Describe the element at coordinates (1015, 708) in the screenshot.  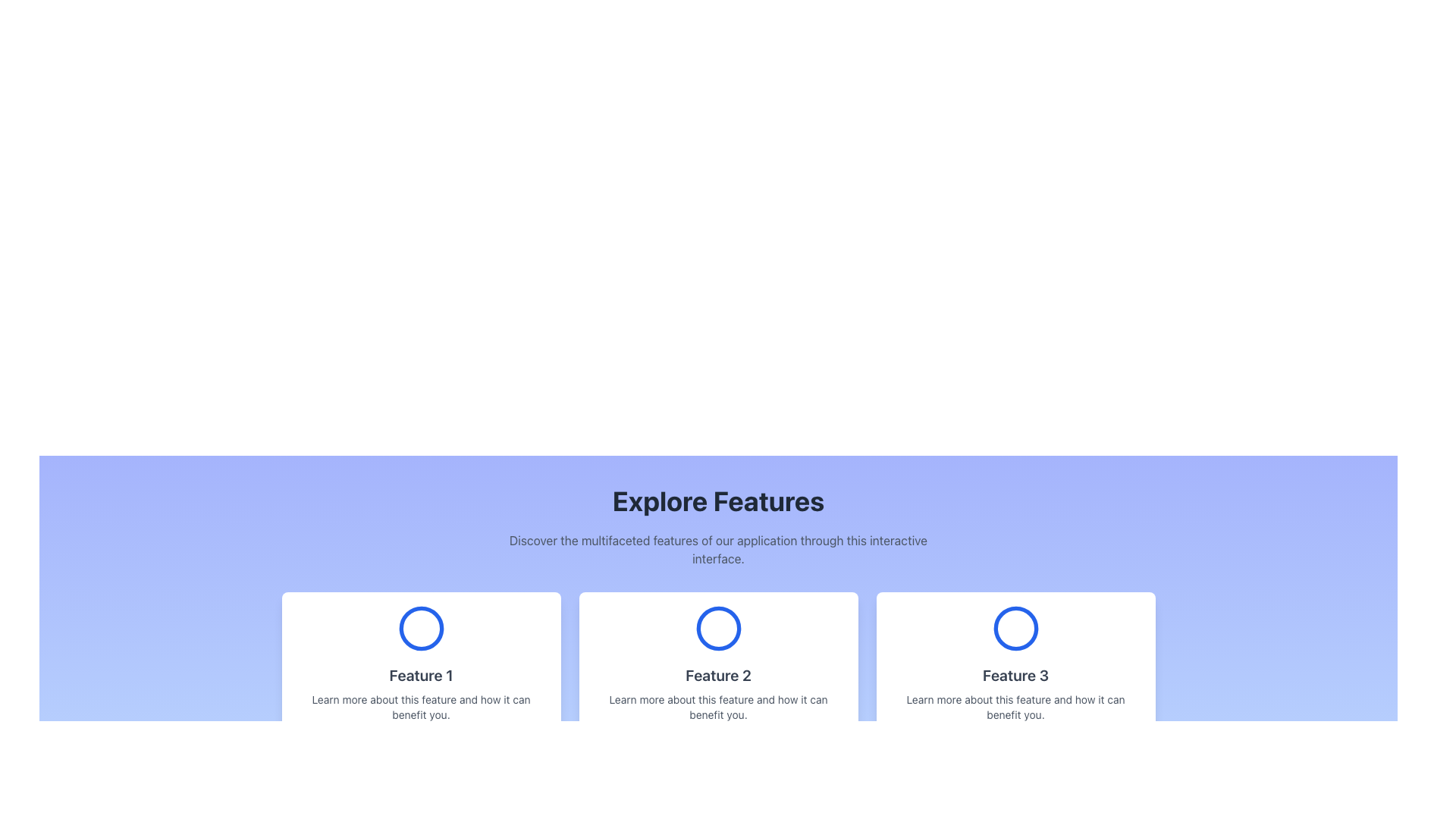
I see `the descriptive text label that says 'Learn more about this feature and how it can benefit you.' which is styled in gray and positioned below 'Feature 3' and above 'View Details'` at that location.